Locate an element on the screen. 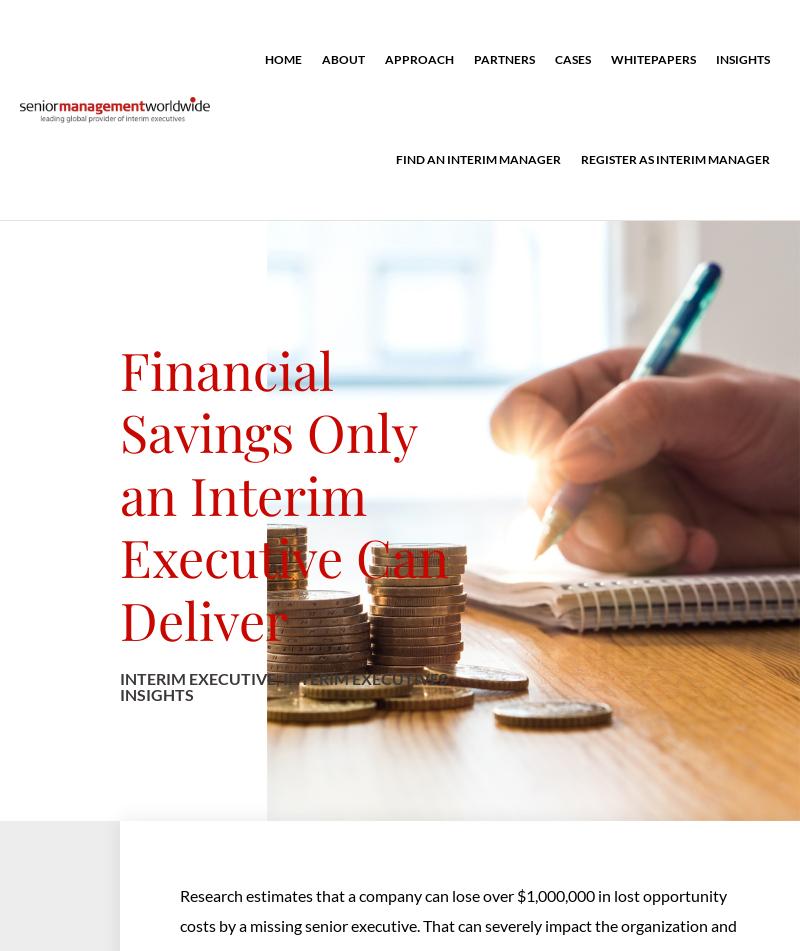 The image size is (800, 951). 'Cases' is located at coordinates (572, 59).